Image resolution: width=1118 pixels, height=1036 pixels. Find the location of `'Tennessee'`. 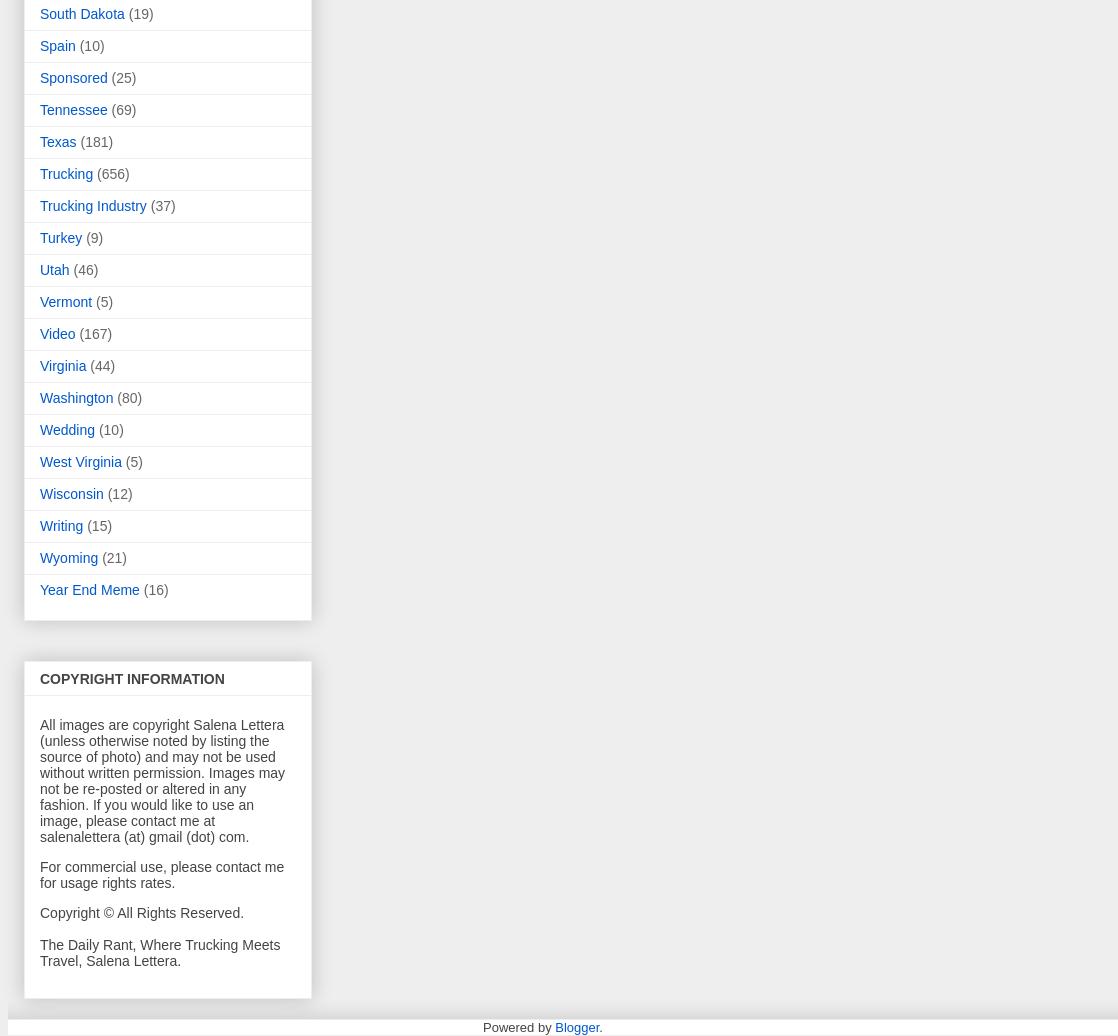

'Tennessee' is located at coordinates (73, 110).